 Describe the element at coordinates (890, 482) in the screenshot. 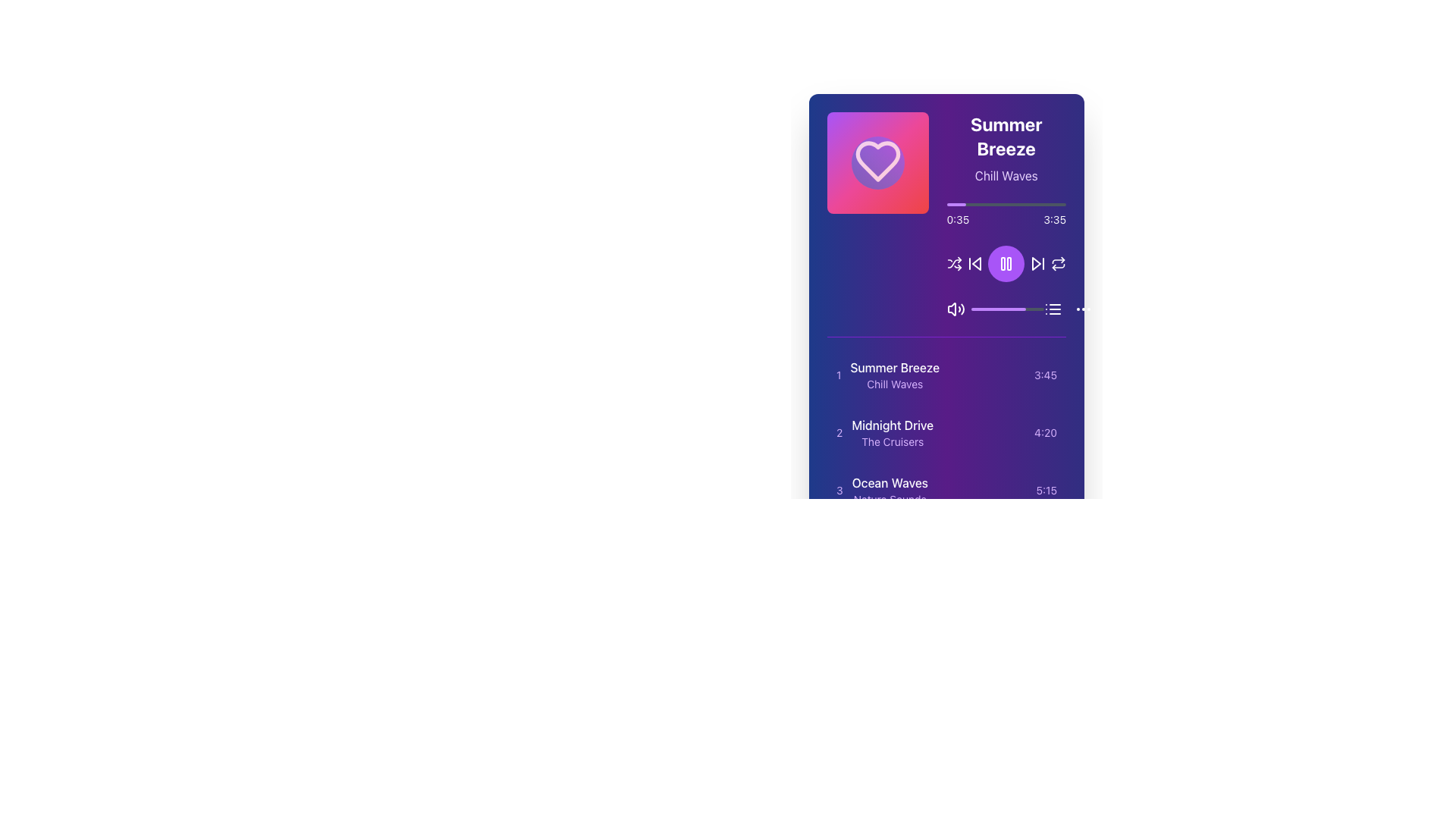

I see `the text label displaying 'Ocean Waves', which is the title of the third item in a vertically-ordered list, styled with white text on a gradient background from purple to blue` at that location.